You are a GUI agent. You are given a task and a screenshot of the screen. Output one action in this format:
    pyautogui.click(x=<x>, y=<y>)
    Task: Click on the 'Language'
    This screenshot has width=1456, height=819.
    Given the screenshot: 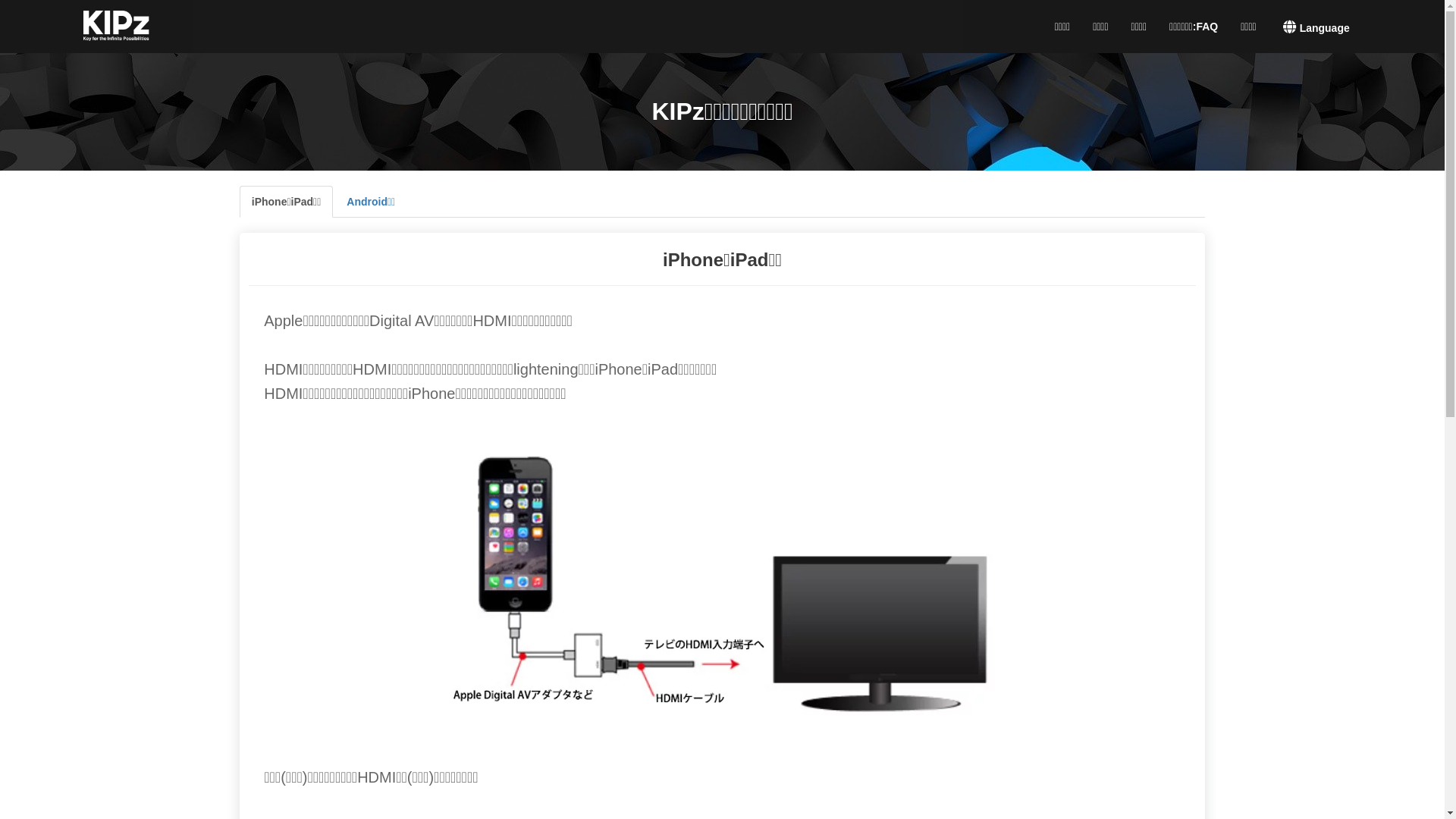 What is the action you would take?
    pyautogui.click(x=1316, y=24)
    